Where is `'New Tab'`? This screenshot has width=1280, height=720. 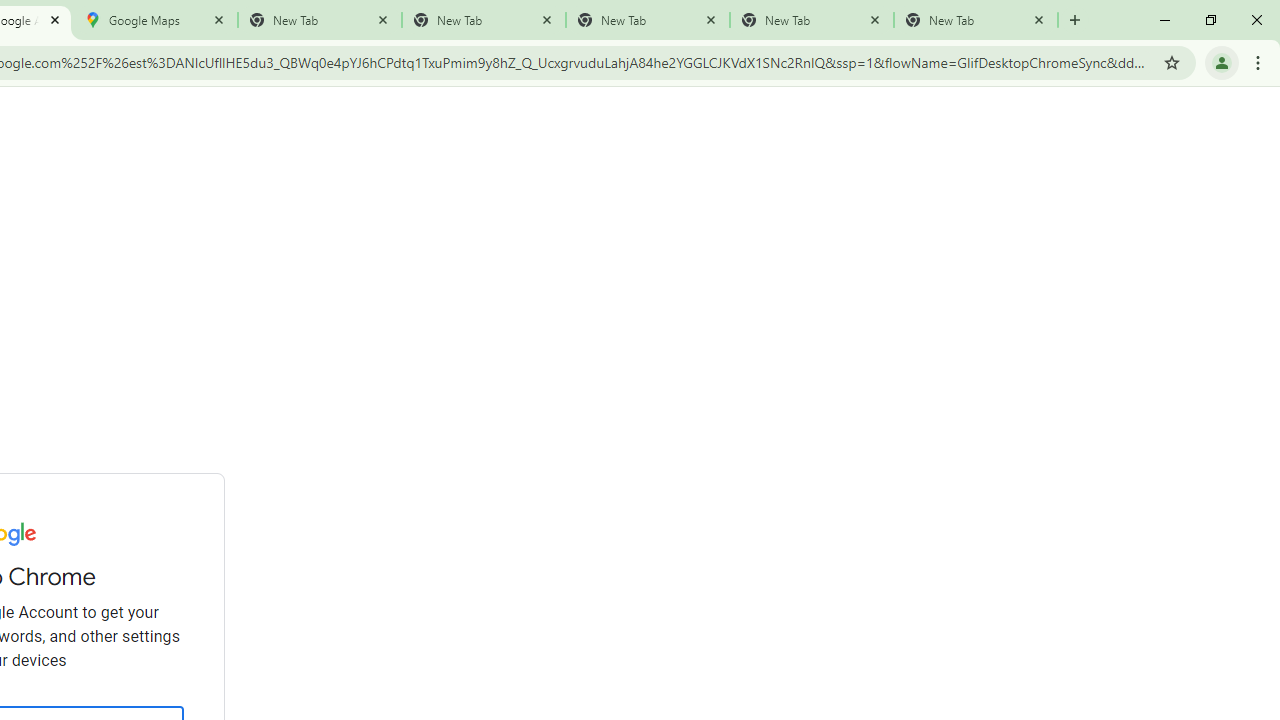
'New Tab' is located at coordinates (976, 20).